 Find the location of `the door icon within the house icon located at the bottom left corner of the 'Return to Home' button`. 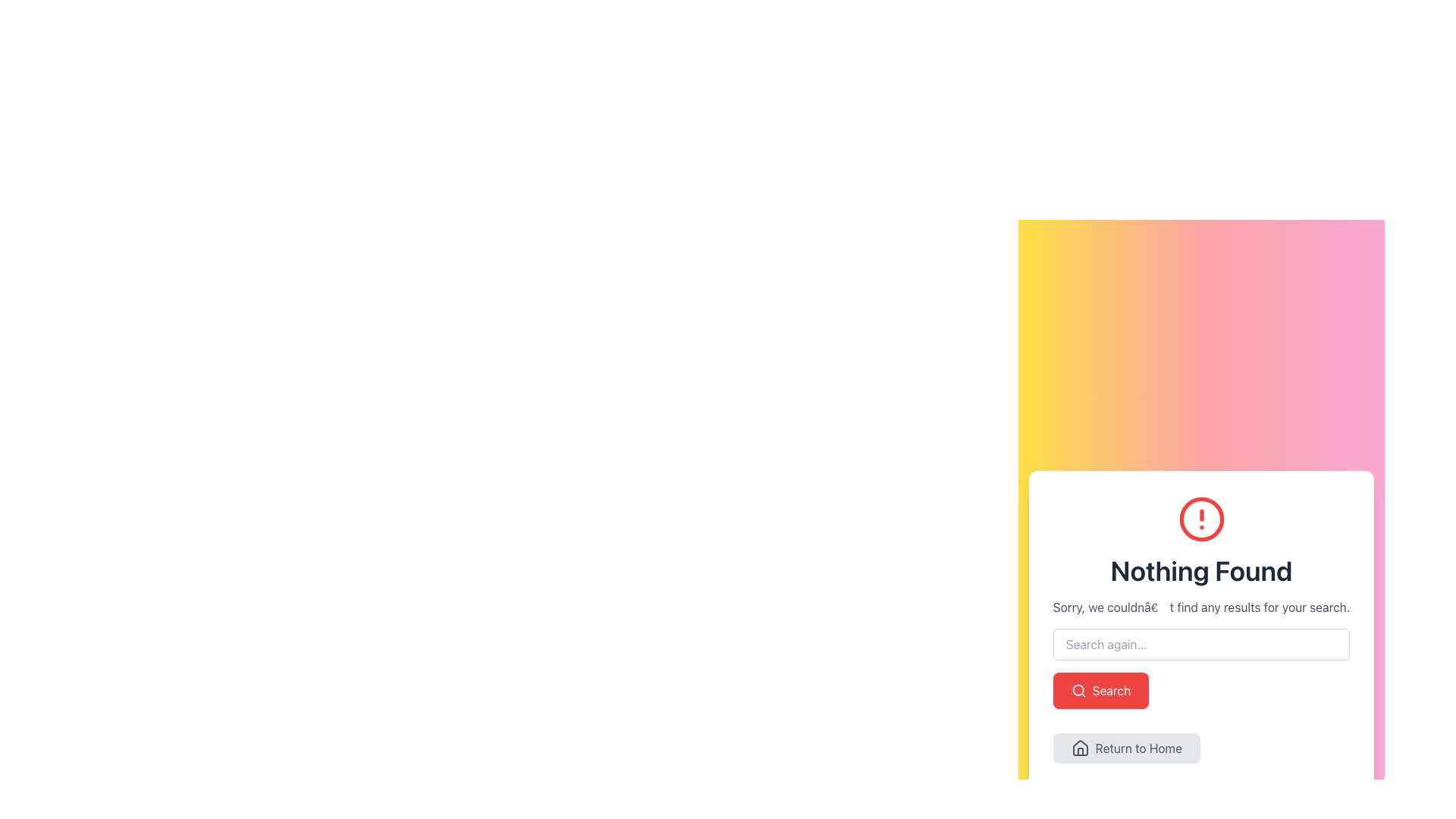

the door icon within the house icon located at the bottom left corner of the 'Return to Home' button is located at coordinates (1079, 752).